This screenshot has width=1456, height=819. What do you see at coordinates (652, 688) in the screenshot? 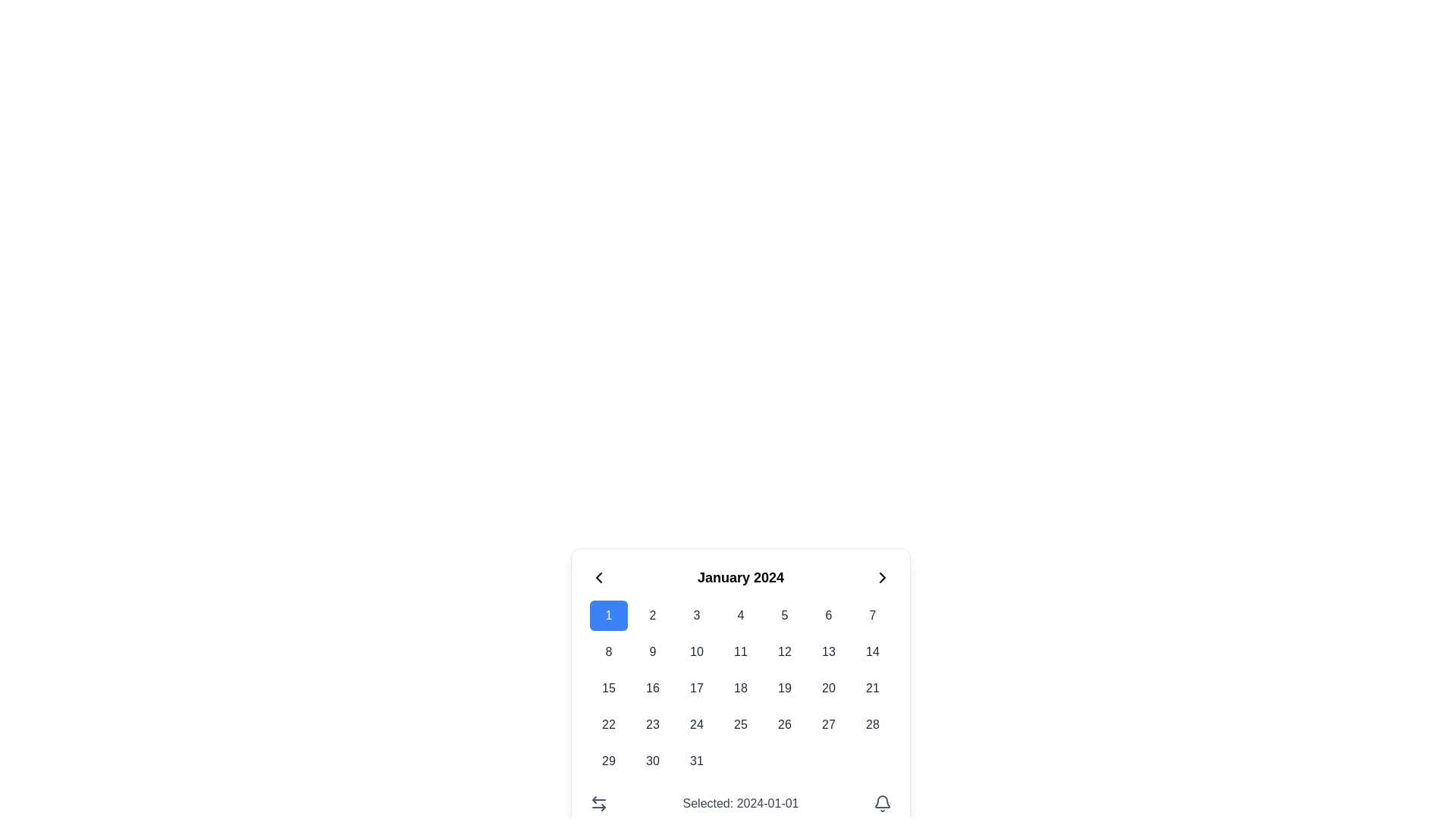
I see `the Calendar day button displaying '16'` at bounding box center [652, 688].